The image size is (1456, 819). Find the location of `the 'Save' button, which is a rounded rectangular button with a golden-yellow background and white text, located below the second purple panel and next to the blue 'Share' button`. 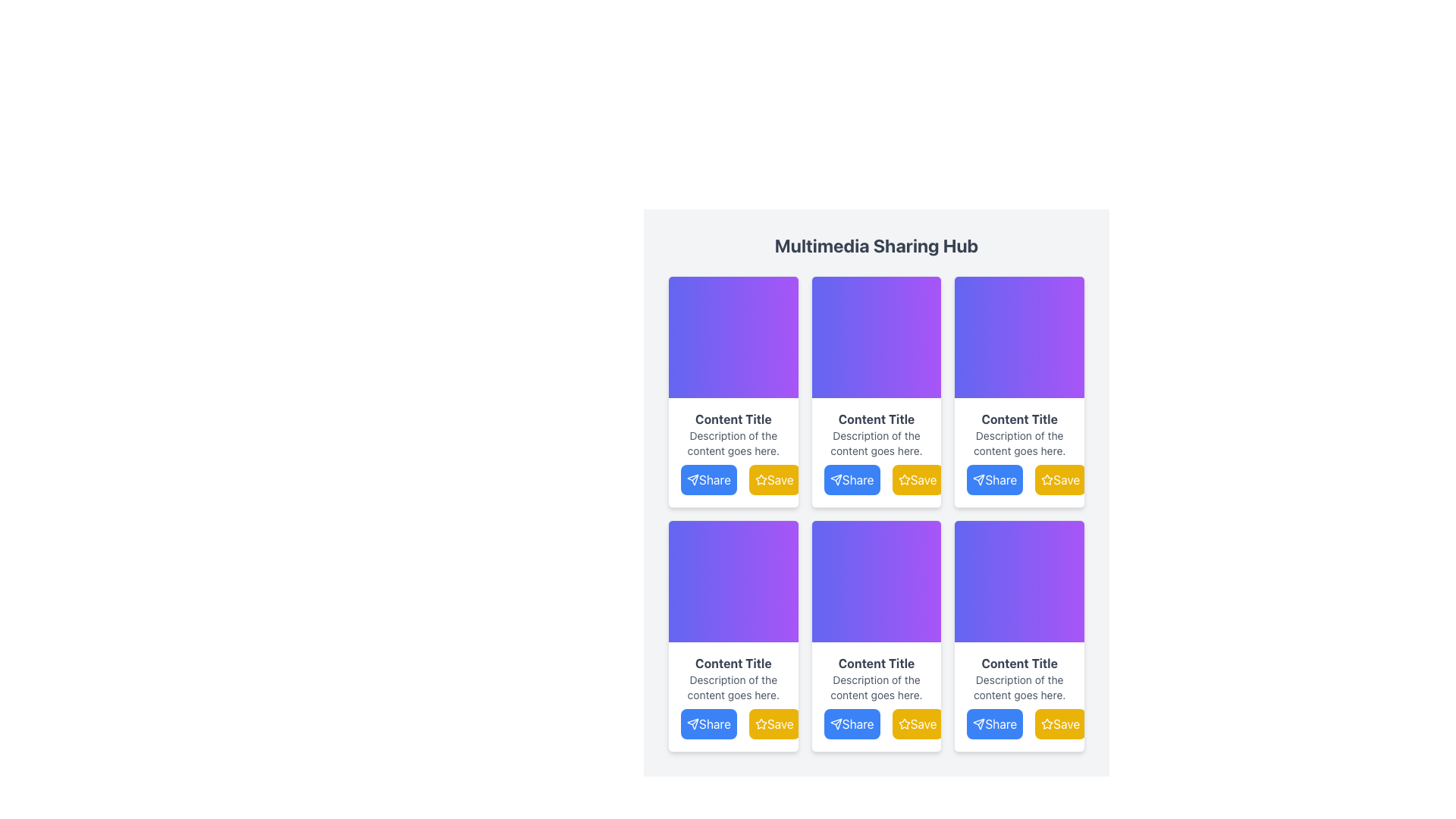

the 'Save' button, which is a rounded rectangular button with a golden-yellow background and white text, located below the second purple panel and next to the blue 'Share' button is located at coordinates (774, 479).